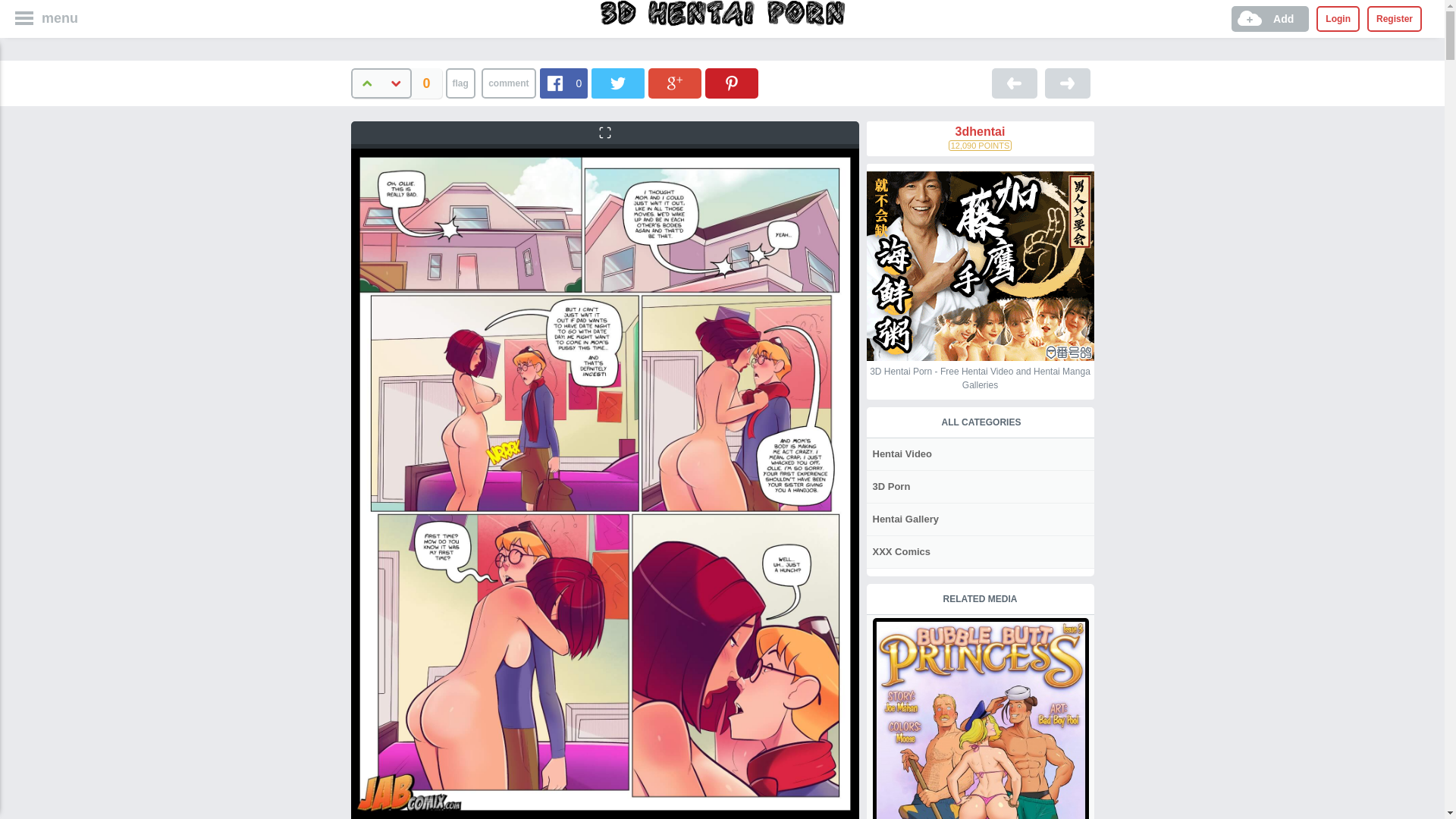  Describe the element at coordinates (704, 83) in the screenshot. I see `'Pin It'` at that location.